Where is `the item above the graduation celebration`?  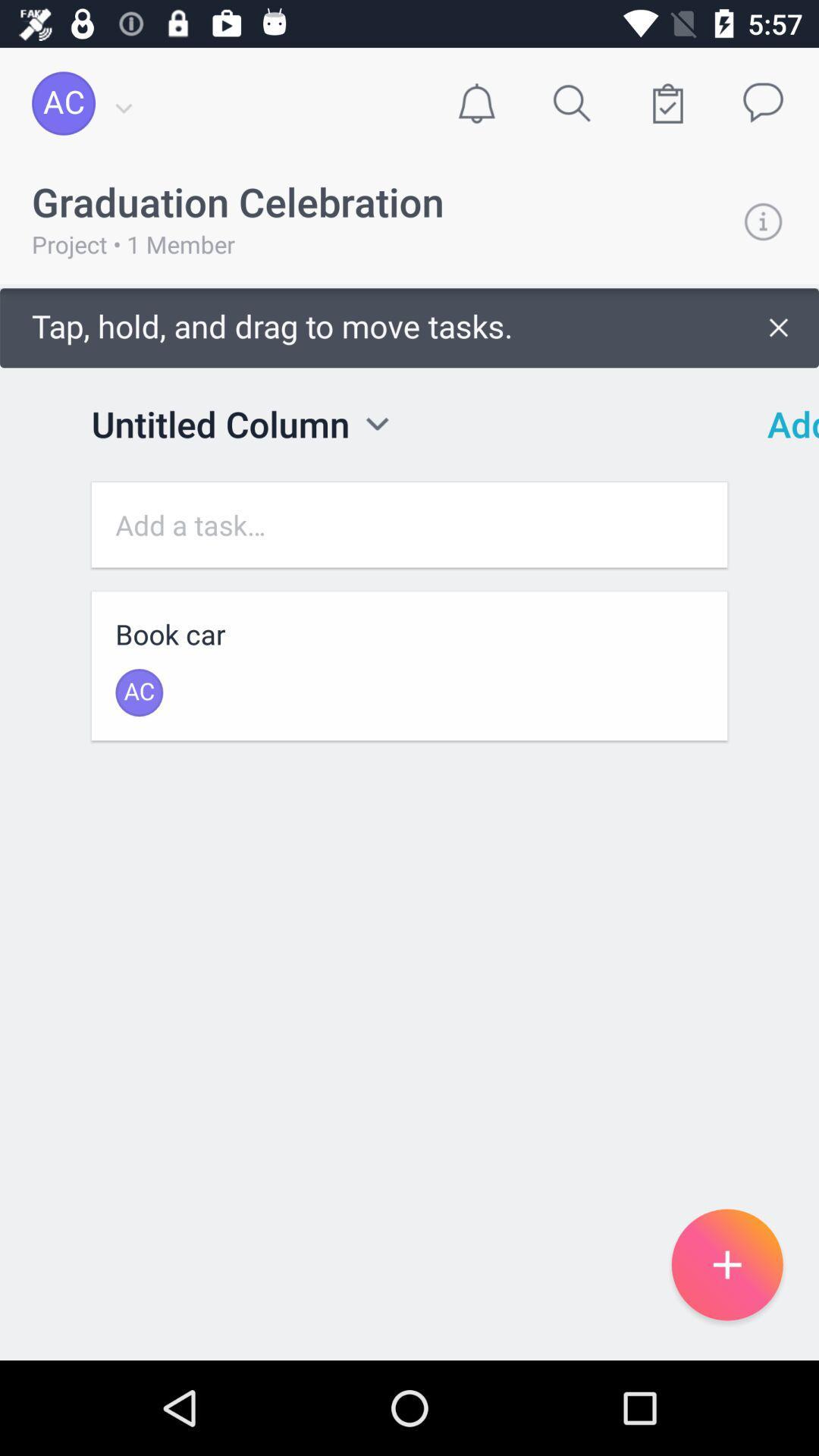
the item above the graduation celebration is located at coordinates (475, 102).